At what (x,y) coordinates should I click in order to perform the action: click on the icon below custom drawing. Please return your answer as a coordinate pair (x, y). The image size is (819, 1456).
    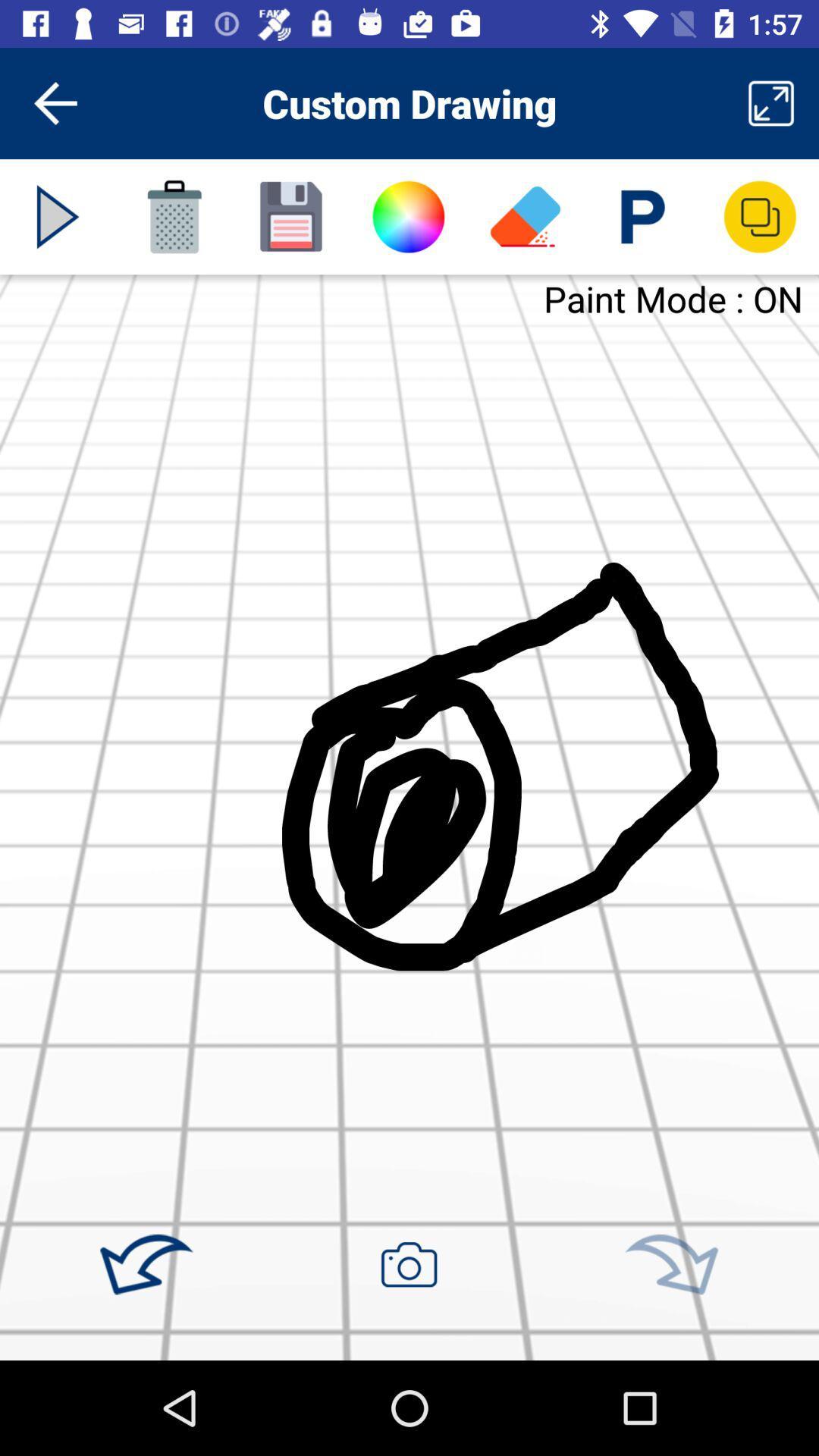
    Looking at the image, I should click on (291, 216).